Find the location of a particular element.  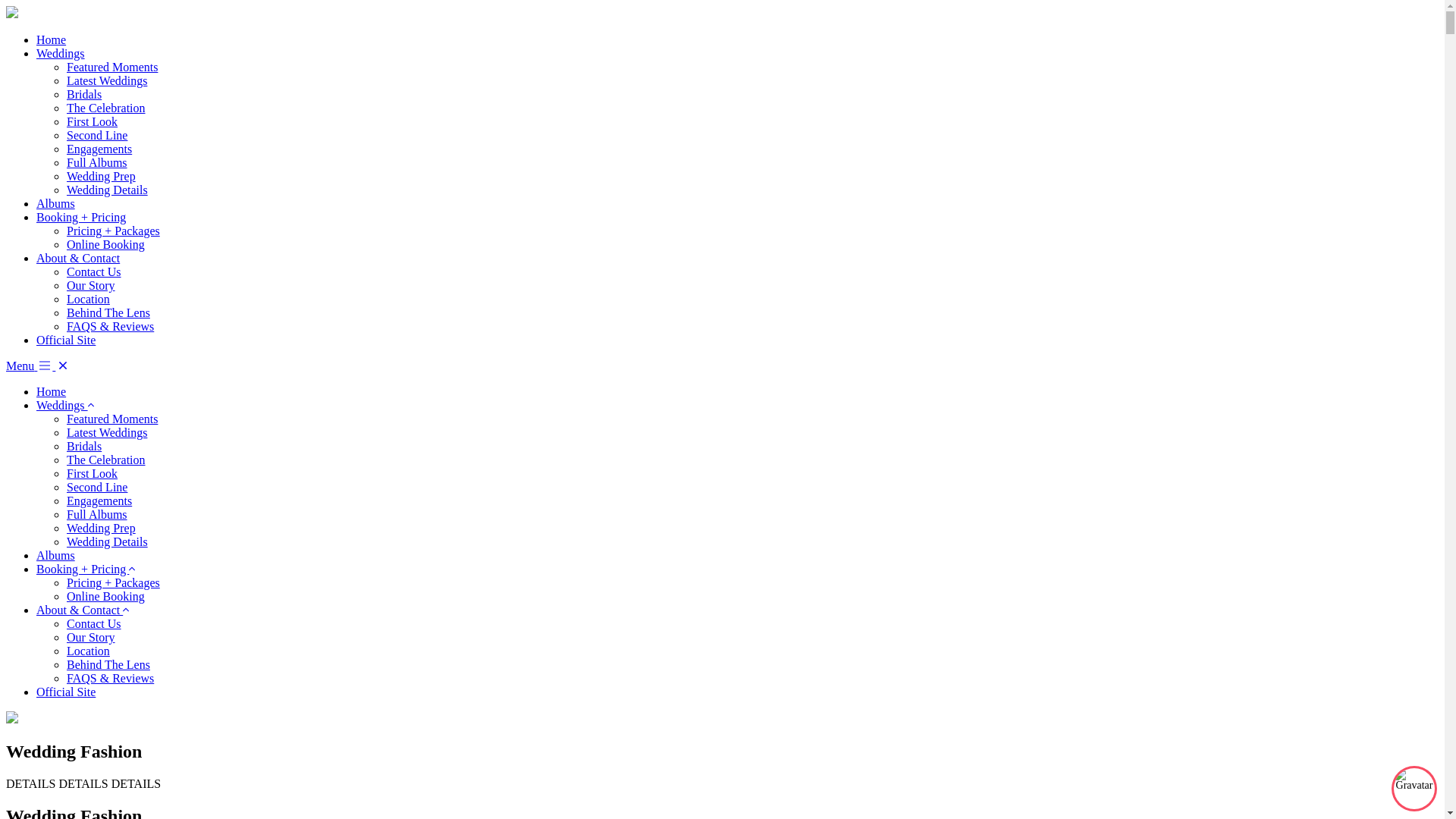

'Online Booking' is located at coordinates (65, 595).